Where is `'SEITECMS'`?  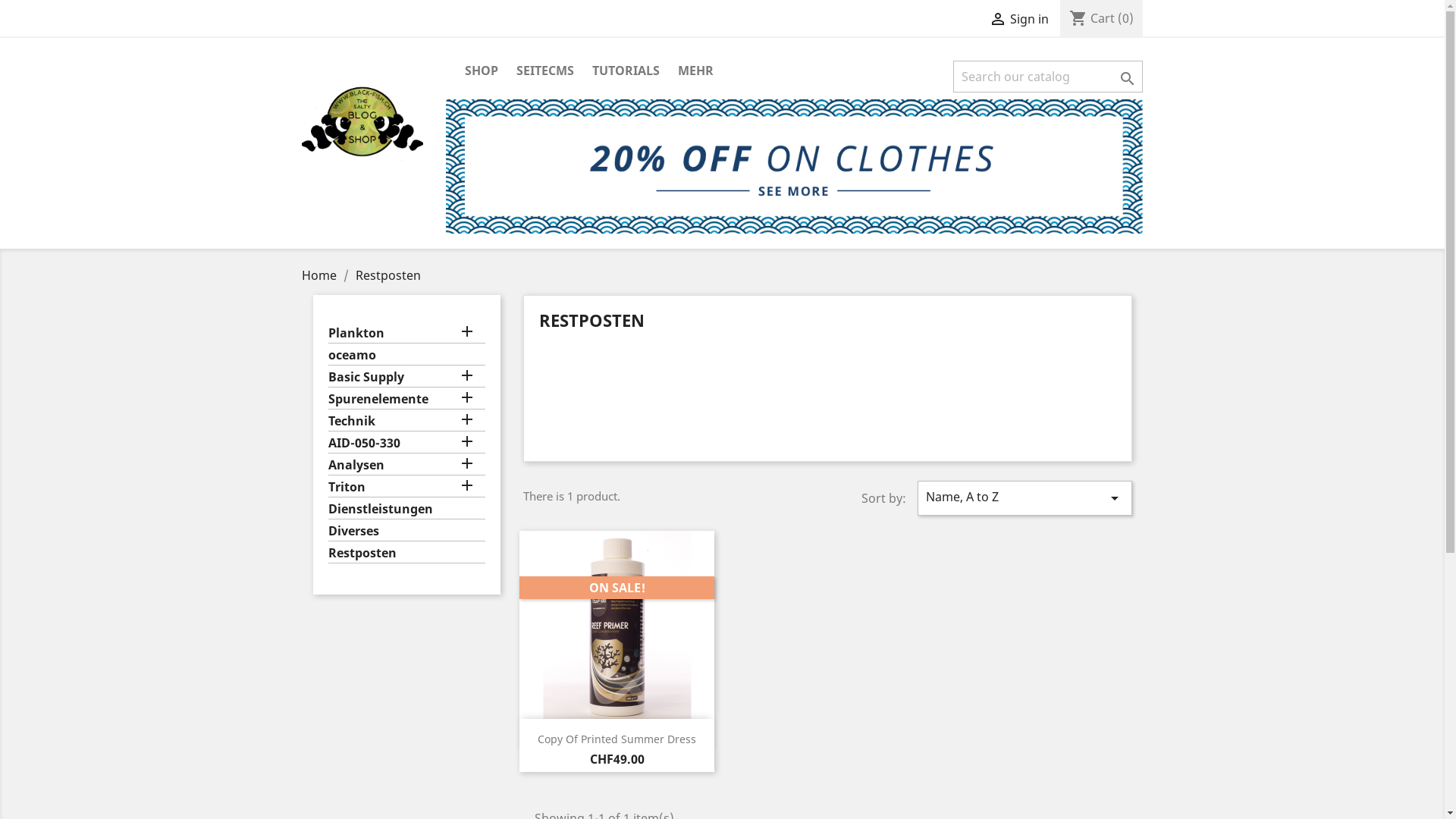 'SEITECMS' is located at coordinates (544, 71).